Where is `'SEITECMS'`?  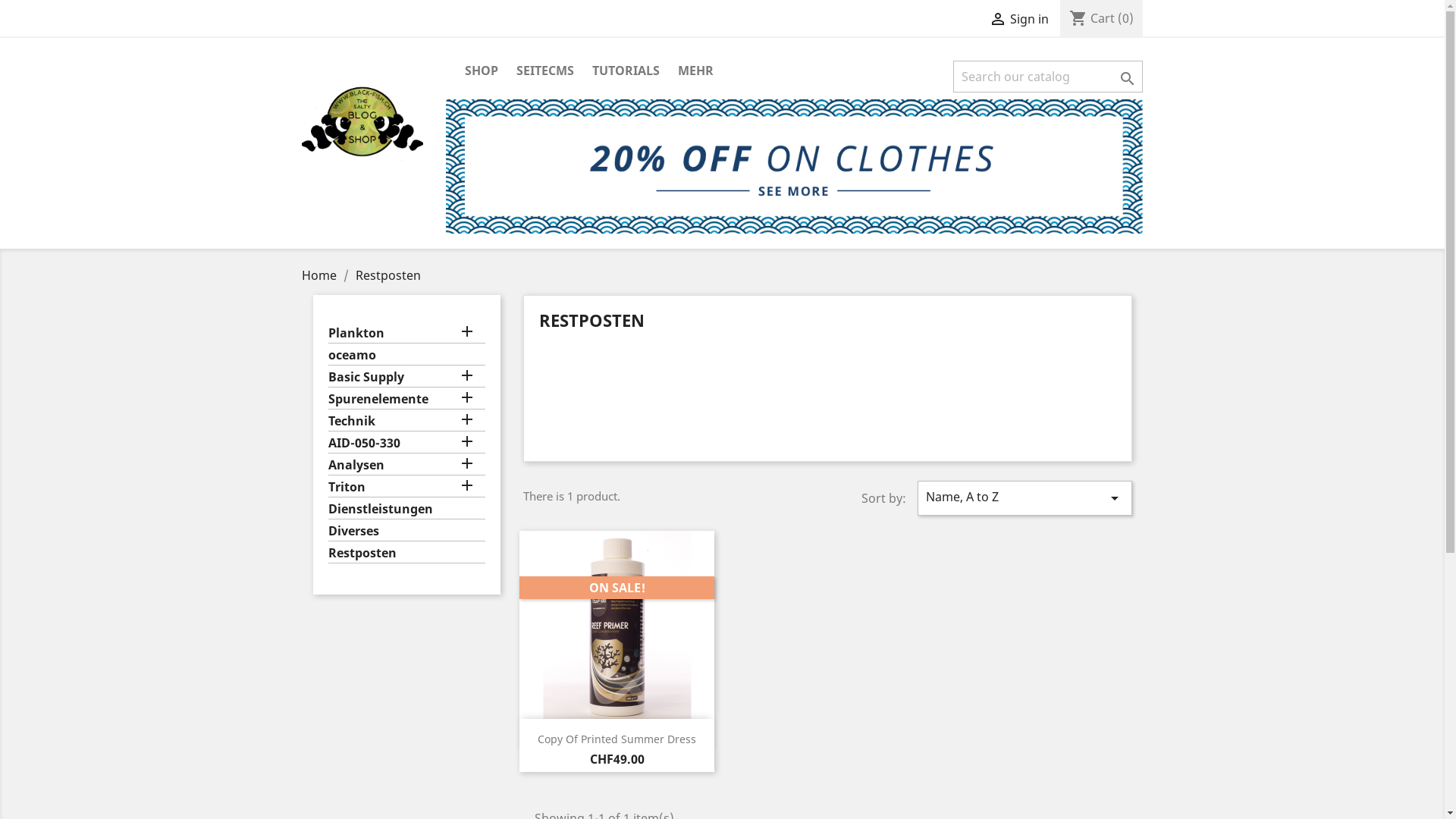 'SEITECMS' is located at coordinates (544, 71).